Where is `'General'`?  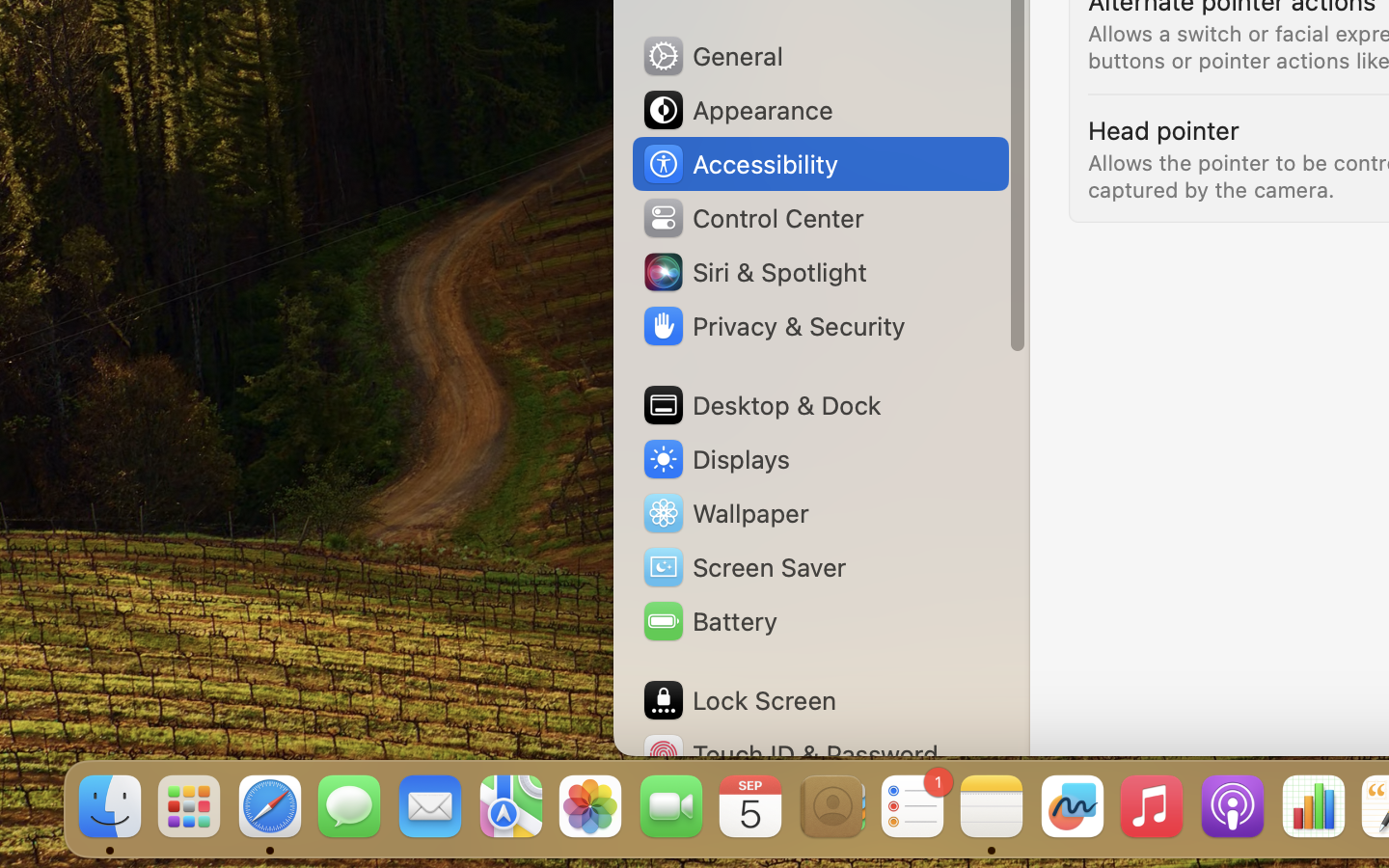
'General' is located at coordinates (710, 54).